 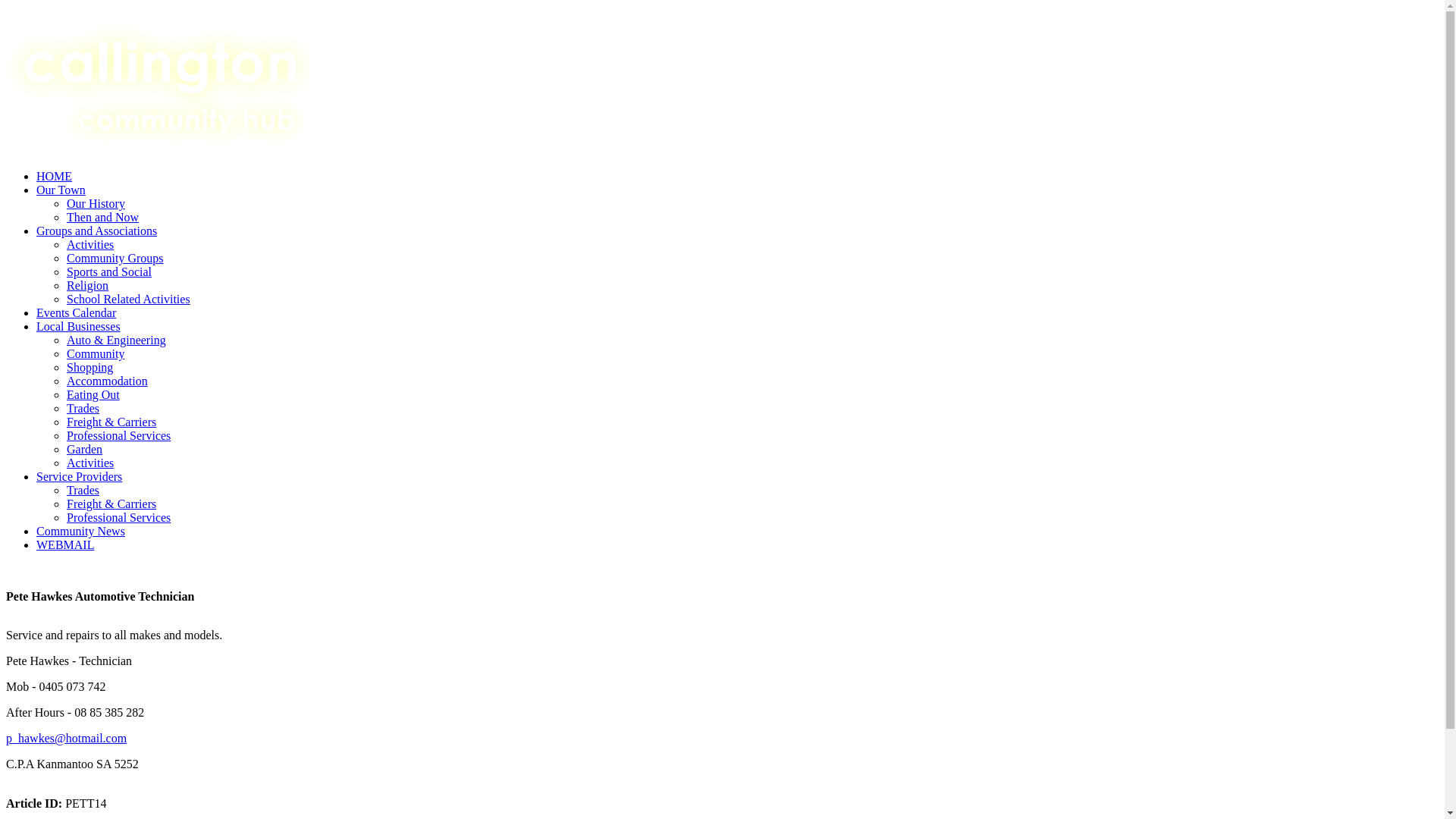 What do you see at coordinates (80, 530) in the screenshot?
I see `'Community News'` at bounding box center [80, 530].